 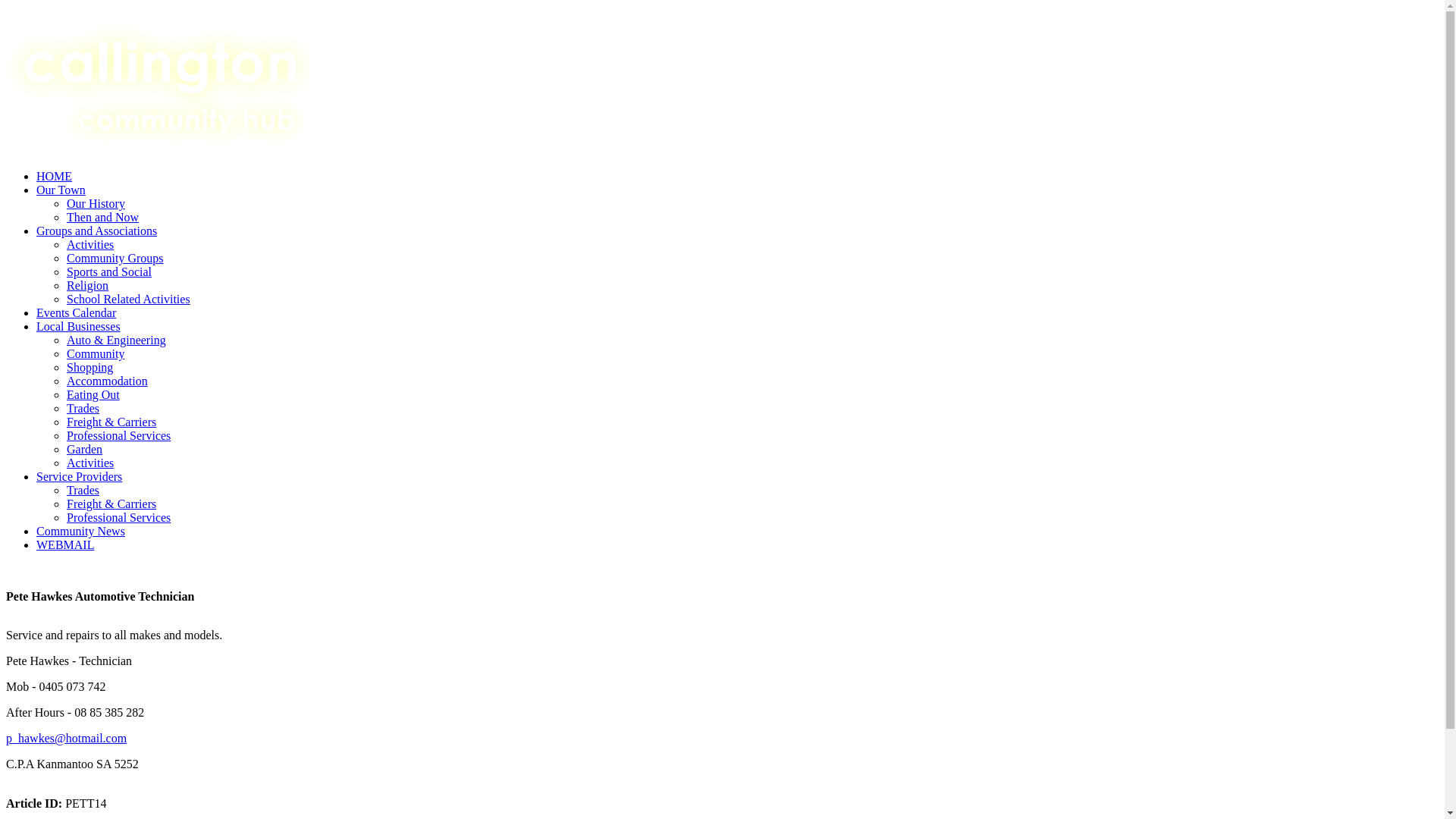 What do you see at coordinates (80, 530) in the screenshot?
I see `'Community News'` at bounding box center [80, 530].